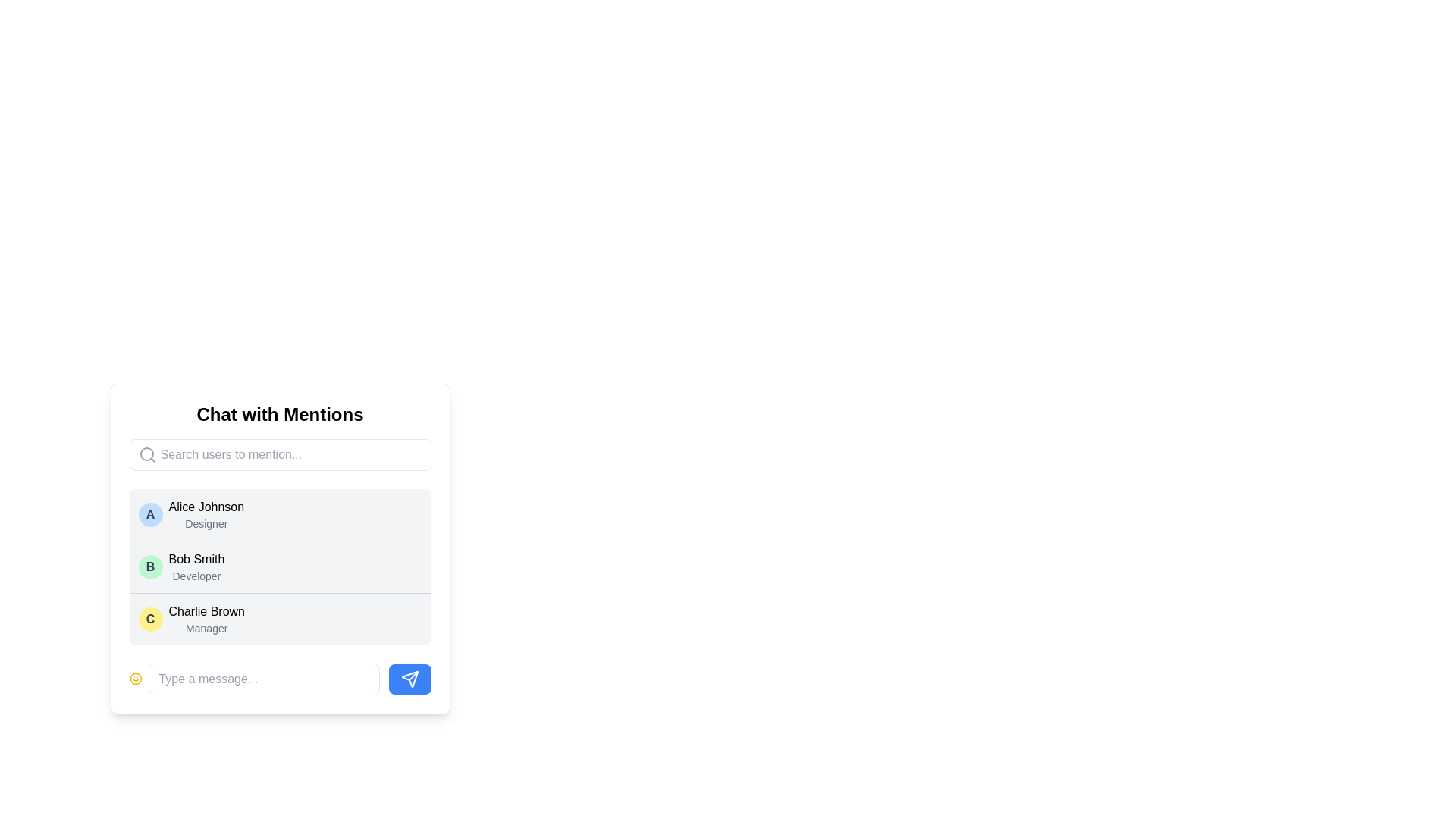 The height and width of the screenshot is (819, 1456). What do you see at coordinates (147, 454) in the screenshot?
I see `the search icon located to the left of the input box with the placeholder text 'Search users to mention...' in the top section of the mention-based chat interface` at bounding box center [147, 454].